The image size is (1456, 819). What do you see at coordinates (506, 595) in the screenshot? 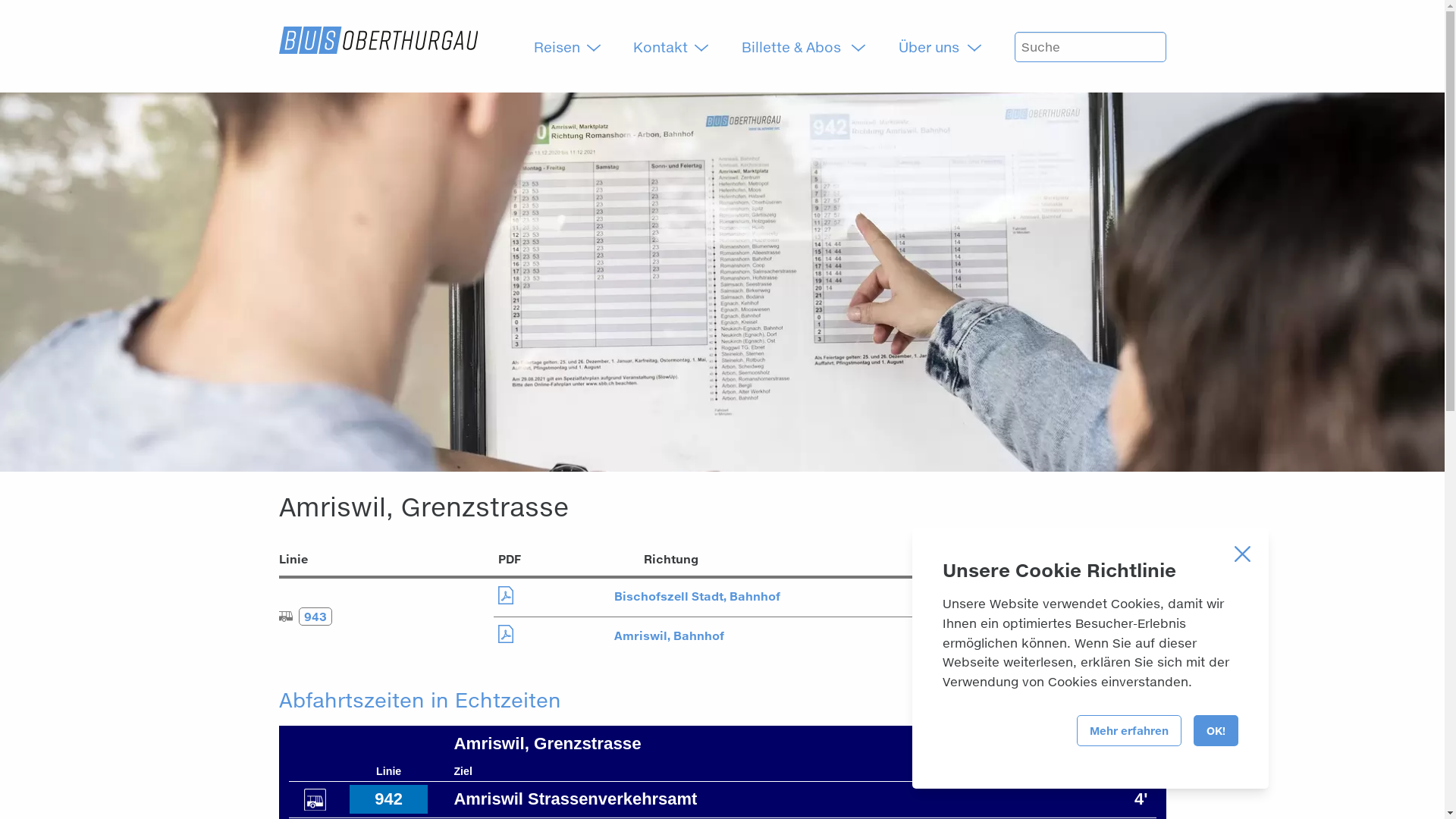
I see `'Download PDF'` at bounding box center [506, 595].